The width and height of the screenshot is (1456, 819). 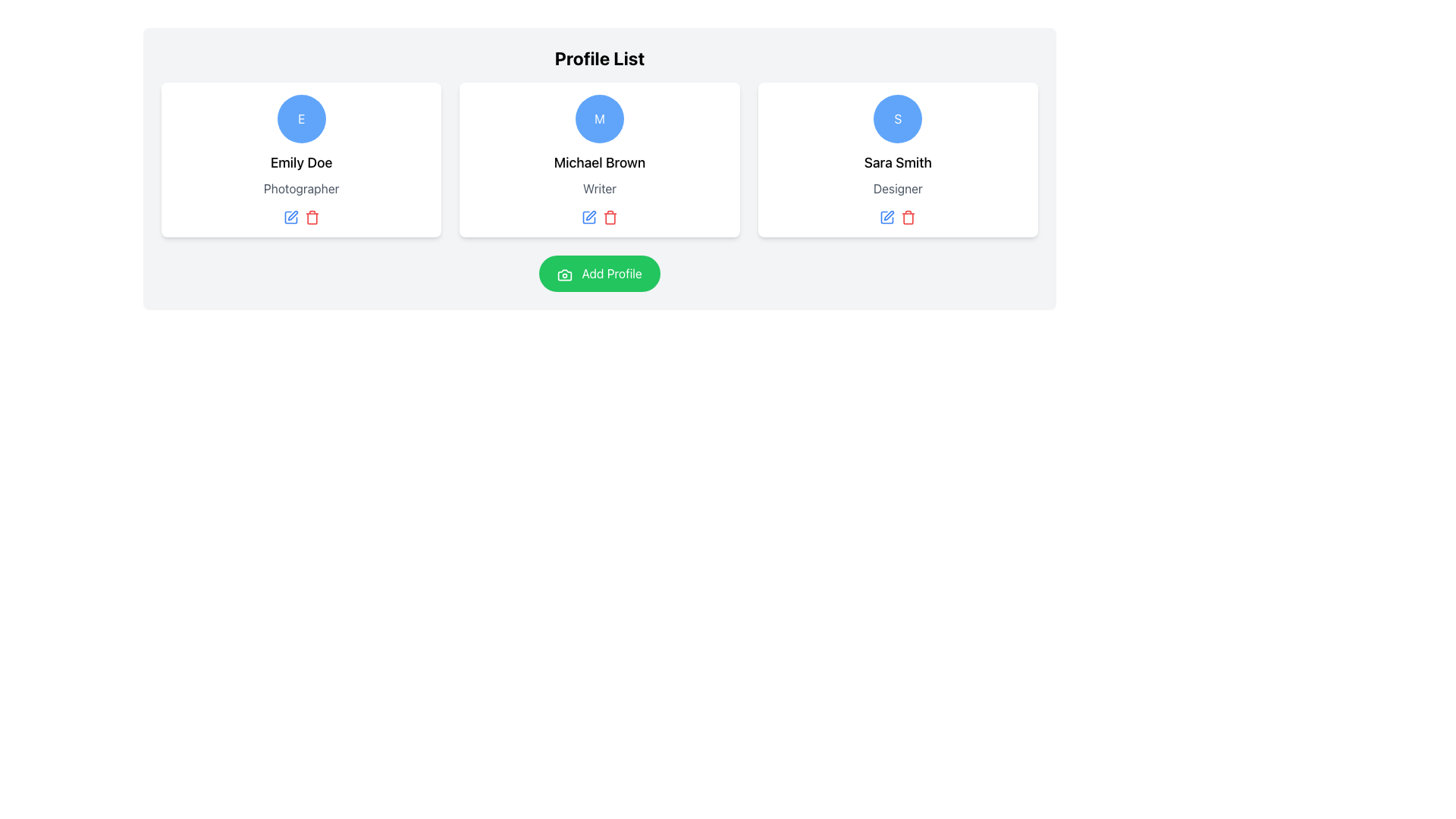 I want to click on the text label displaying the user's name 'Michael Brown', which is located below the circular avatar with the letter 'M' and above the label 'Writer', so click(x=599, y=163).